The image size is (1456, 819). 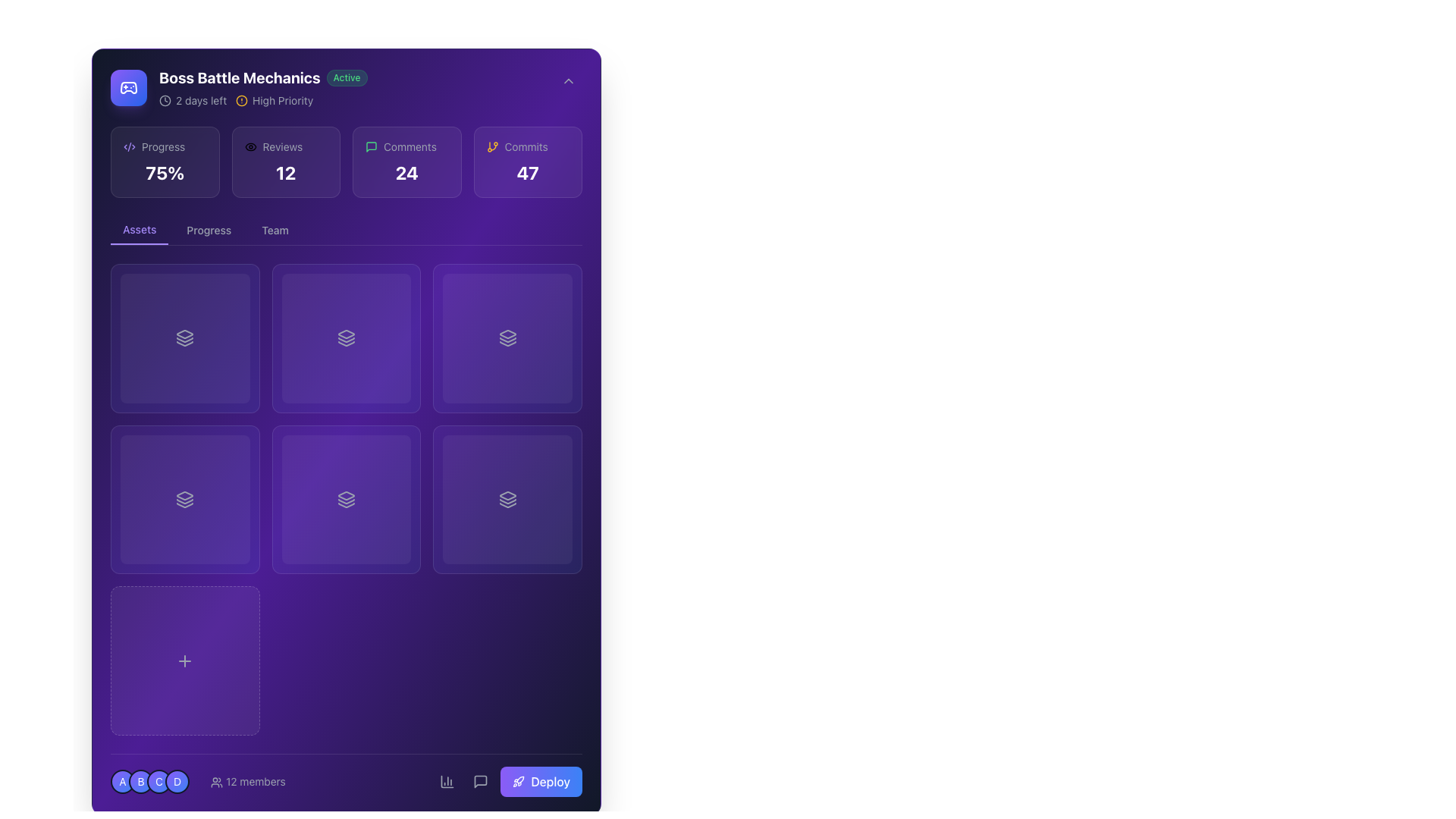 What do you see at coordinates (184, 334) in the screenshot?
I see `the minimalistic layered stack icon located in the top-left cell of the grid structure` at bounding box center [184, 334].